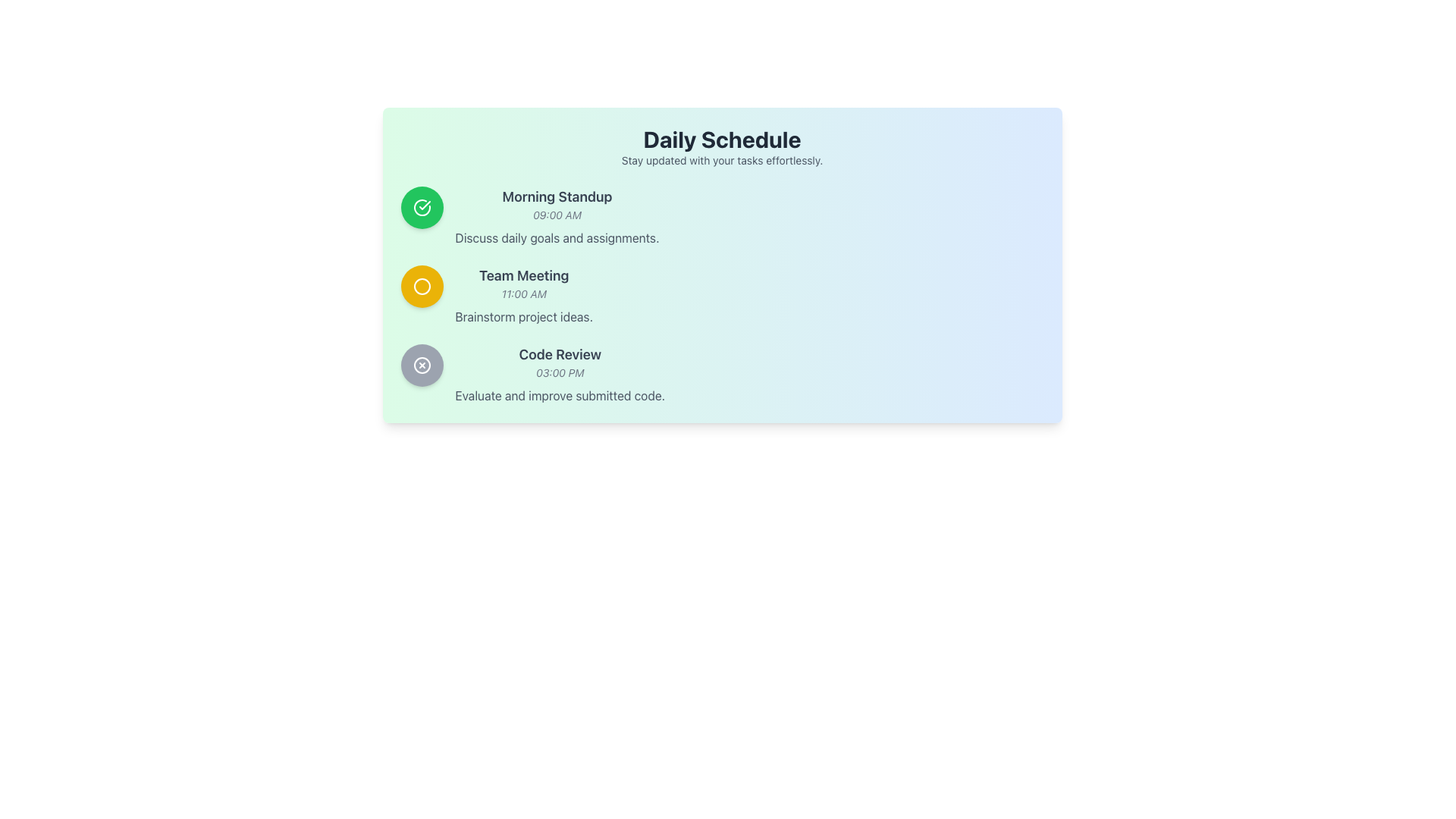 Image resolution: width=1456 pixels, height=819 pixels. I want to click on the second circular icon with a yellow background that represents 'Team Meeting' in the vertical list of icons, so click(422, 287).